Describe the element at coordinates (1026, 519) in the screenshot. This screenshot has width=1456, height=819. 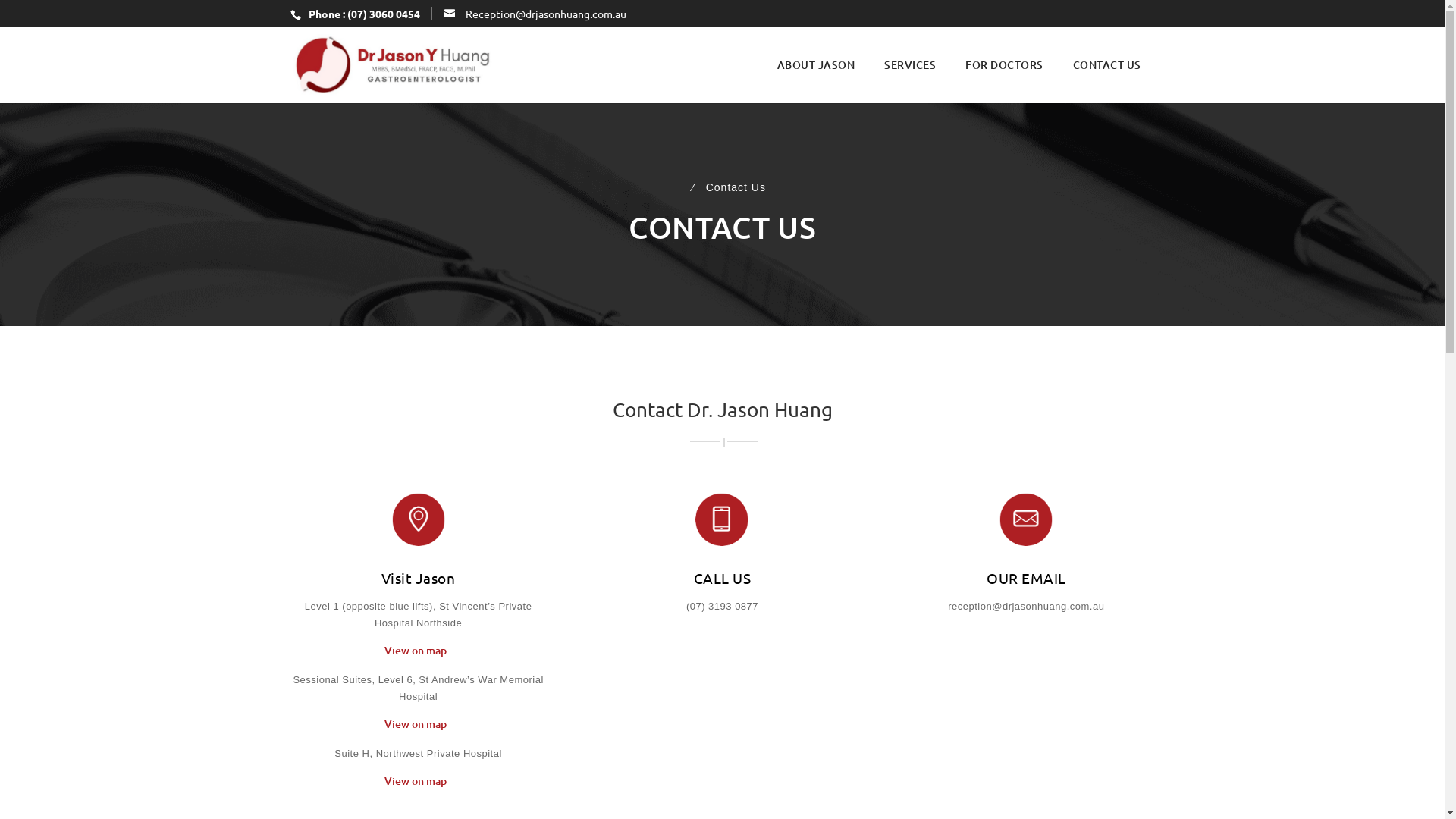
I see `'icon3'` at that location.